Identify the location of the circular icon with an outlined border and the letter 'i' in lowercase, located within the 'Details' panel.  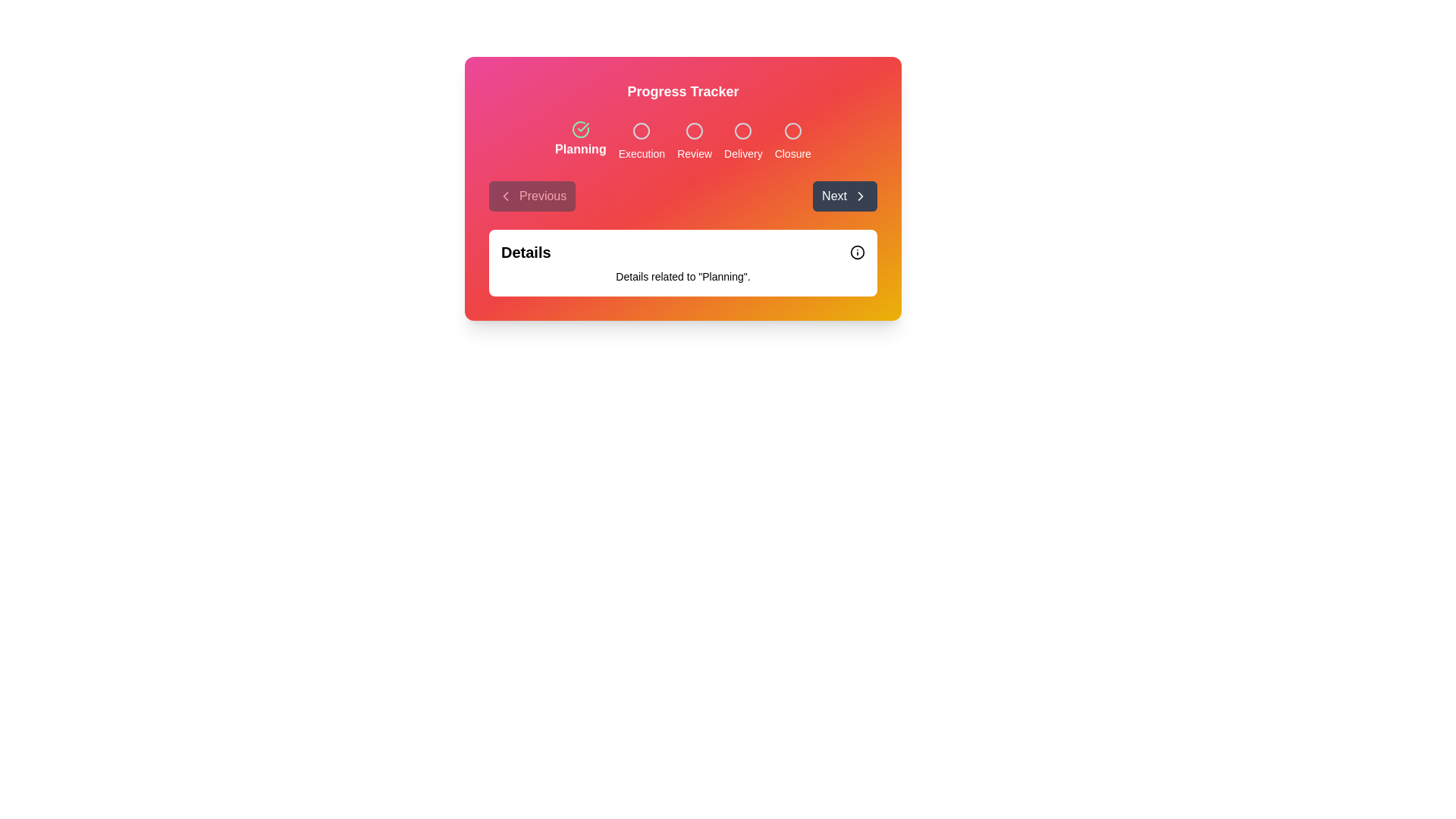
(858, 251).